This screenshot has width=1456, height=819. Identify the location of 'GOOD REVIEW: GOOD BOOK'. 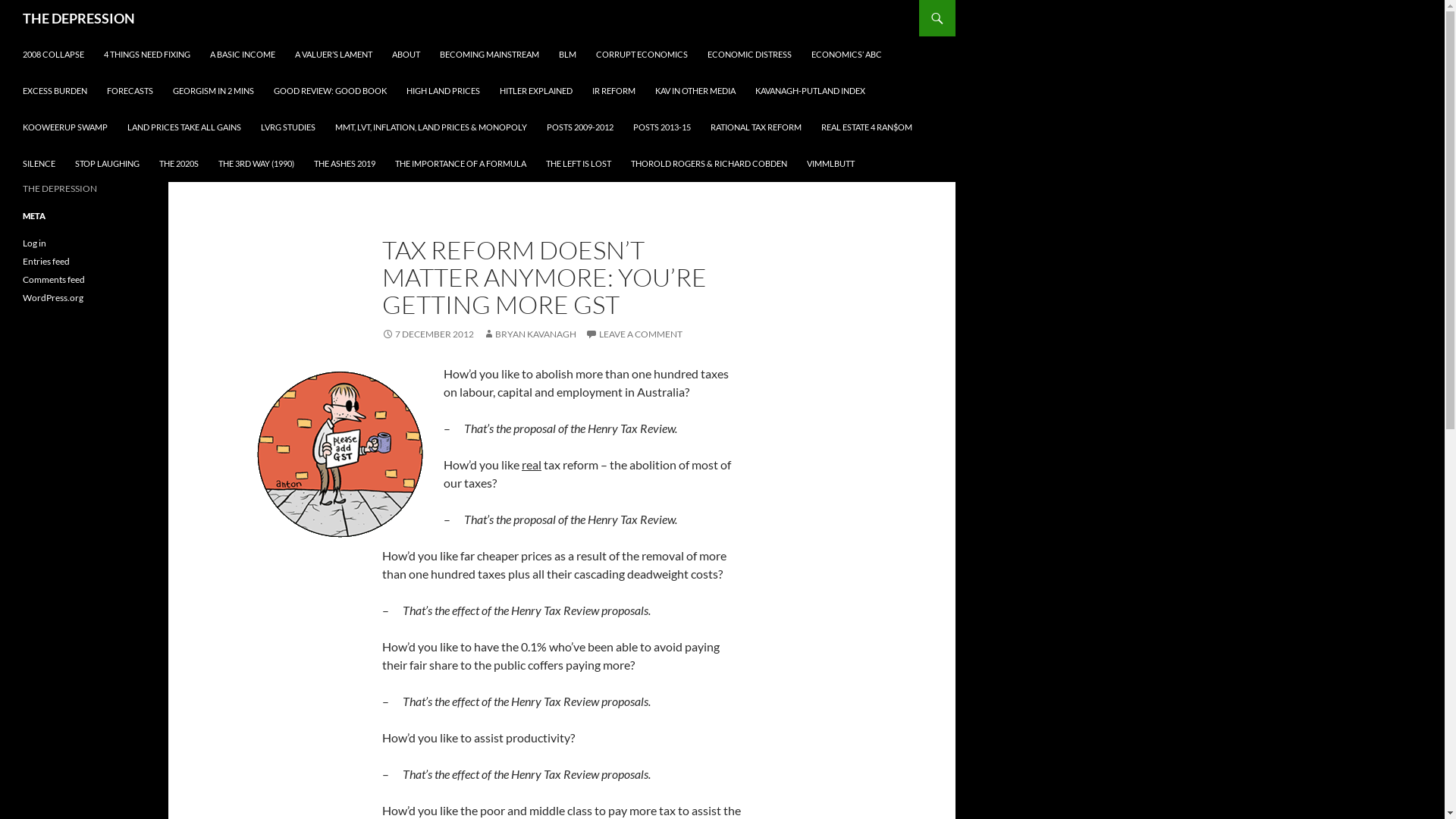
(329, 90).